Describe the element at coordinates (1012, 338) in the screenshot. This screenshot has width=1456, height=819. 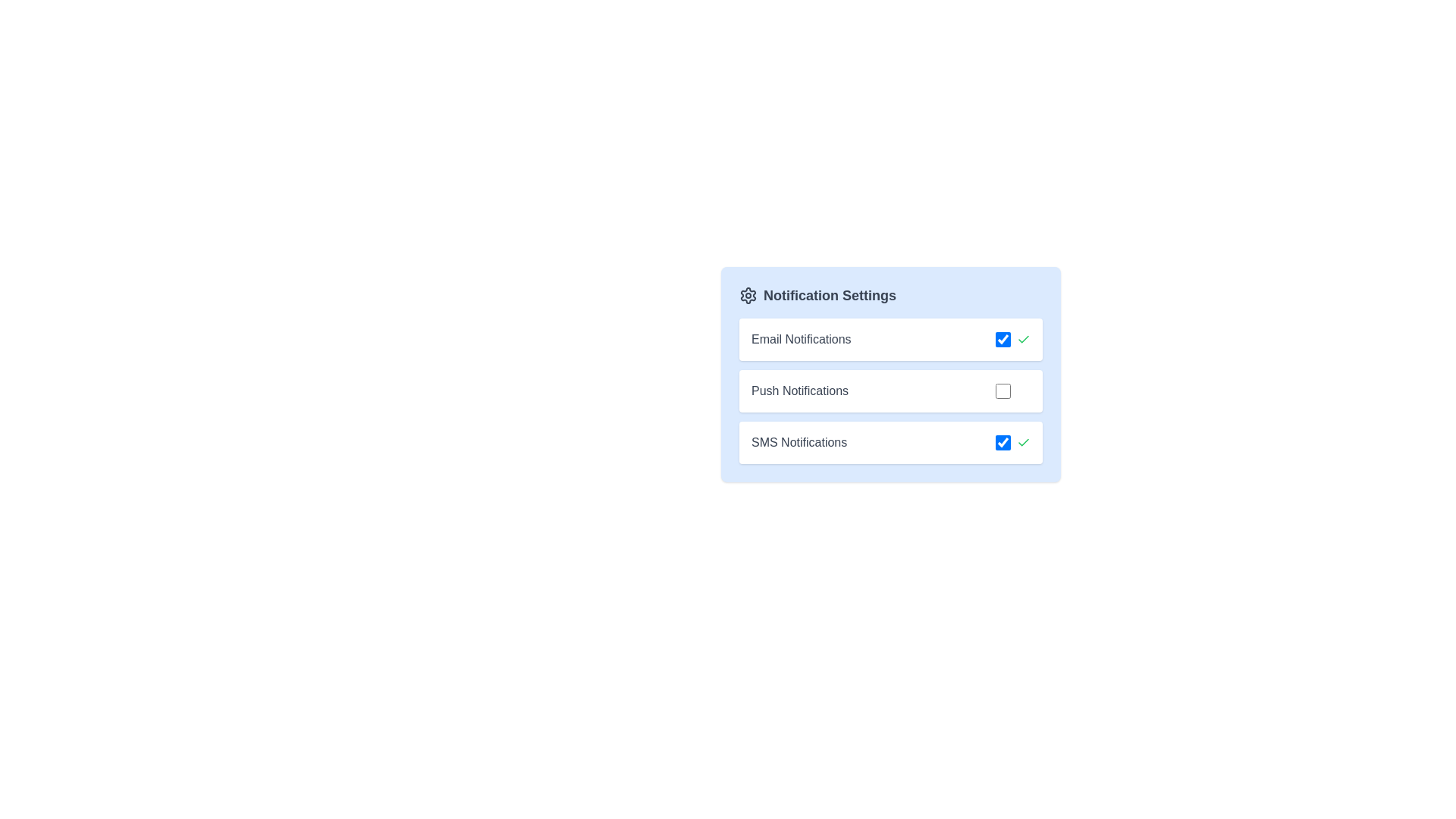
I see `the checkbox with a blue background and a checkmark icon` at that location.